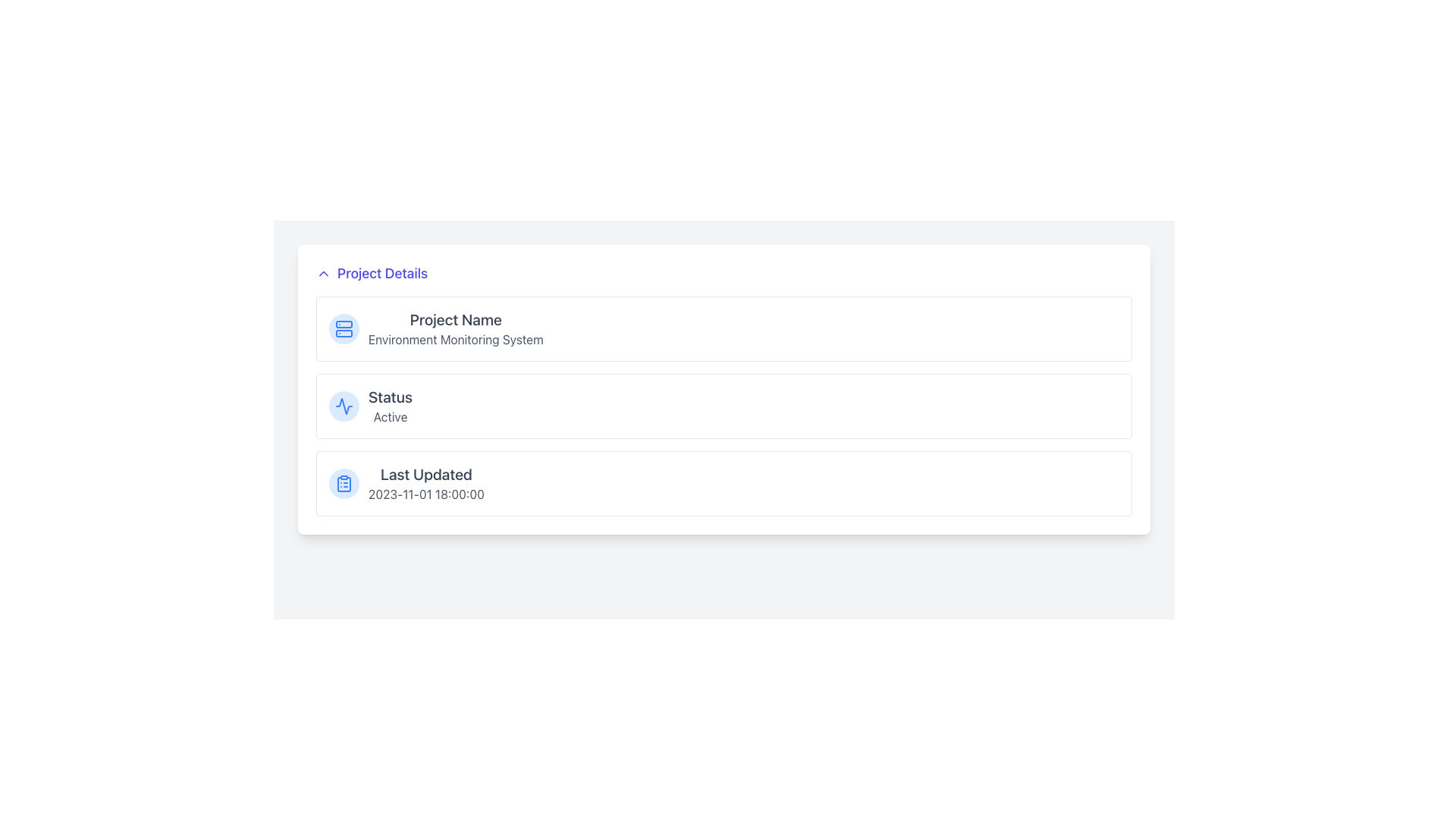  What do you see at coordinates (323, 274) in the screenshot?
I see `the Toggle Indicator Icon located to the left of the 'Project Details' text` at bounding box center [323, 274].